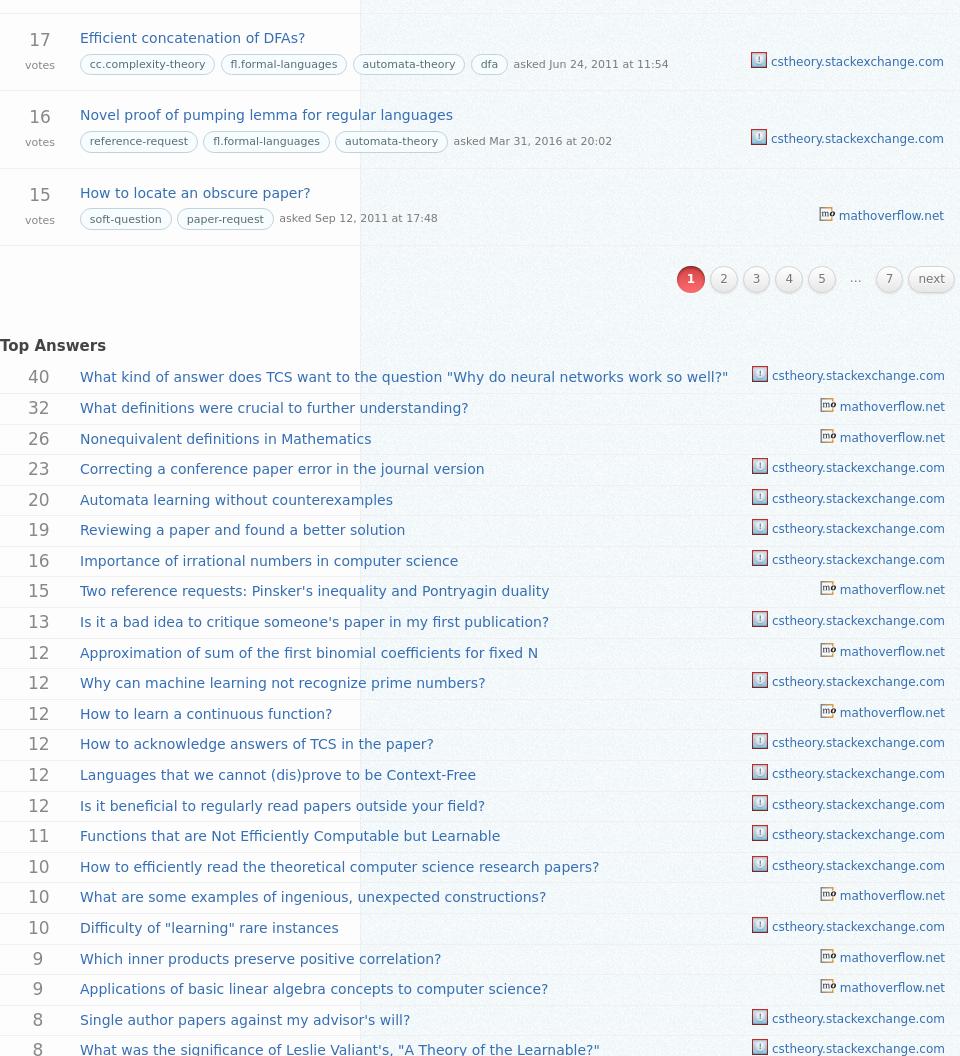  Describe the element at coordinates (241, 530) in the screenshot. I see `'Reviewing a paper and found a better solution'` at that location.